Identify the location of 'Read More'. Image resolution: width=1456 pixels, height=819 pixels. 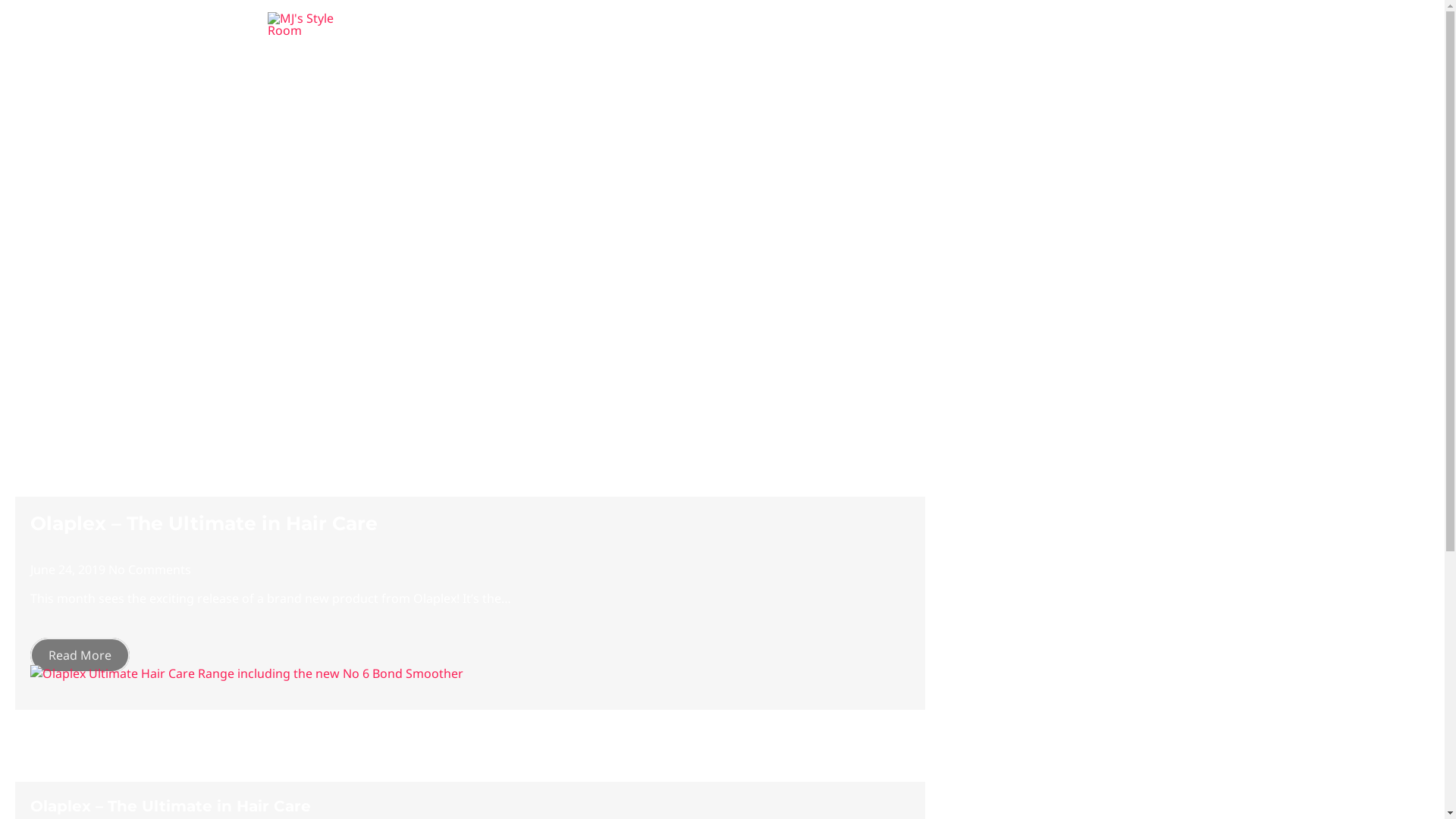
(79, 654).